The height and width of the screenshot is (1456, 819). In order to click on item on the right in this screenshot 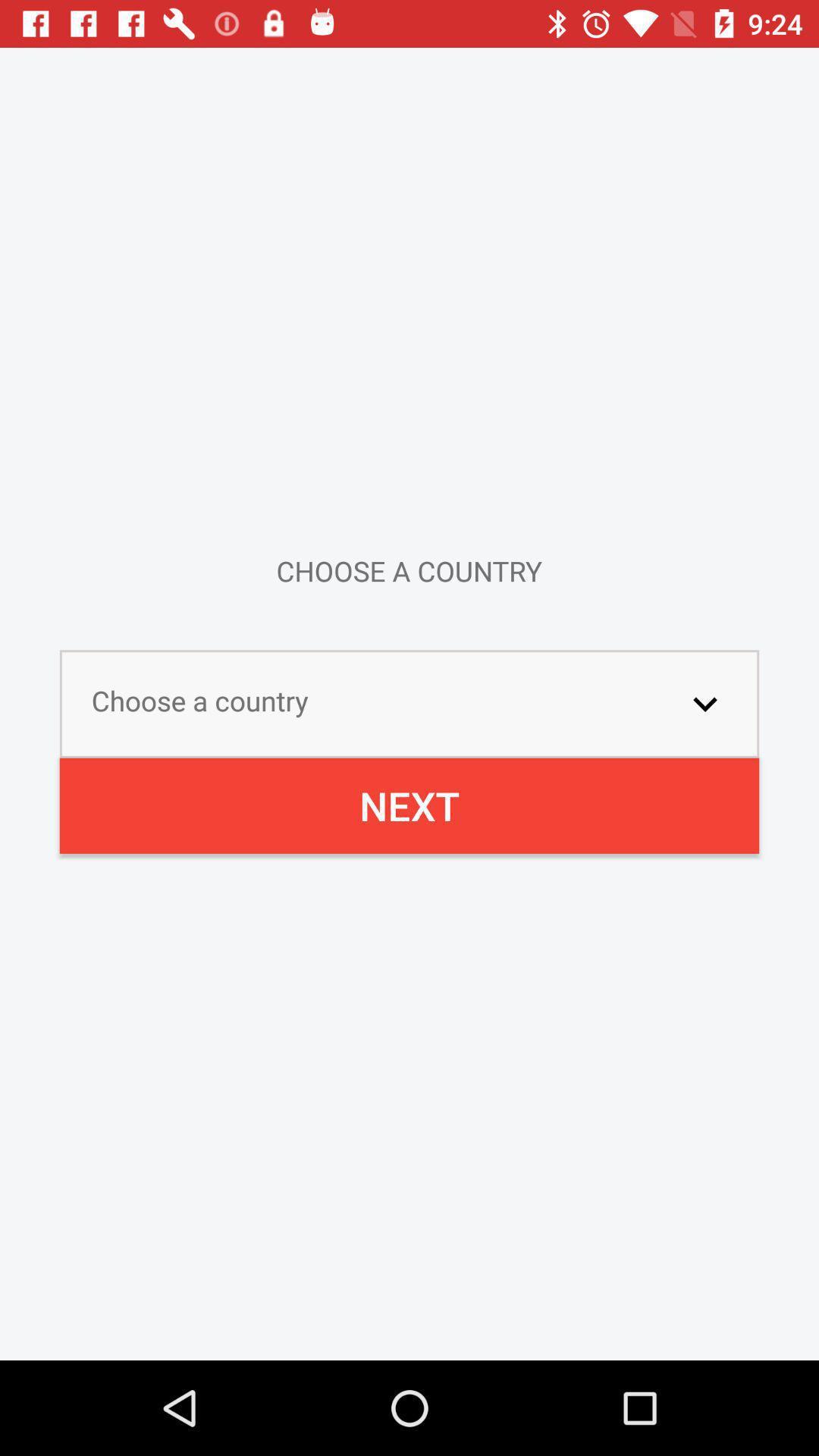, I will do `click(704, 703)`.